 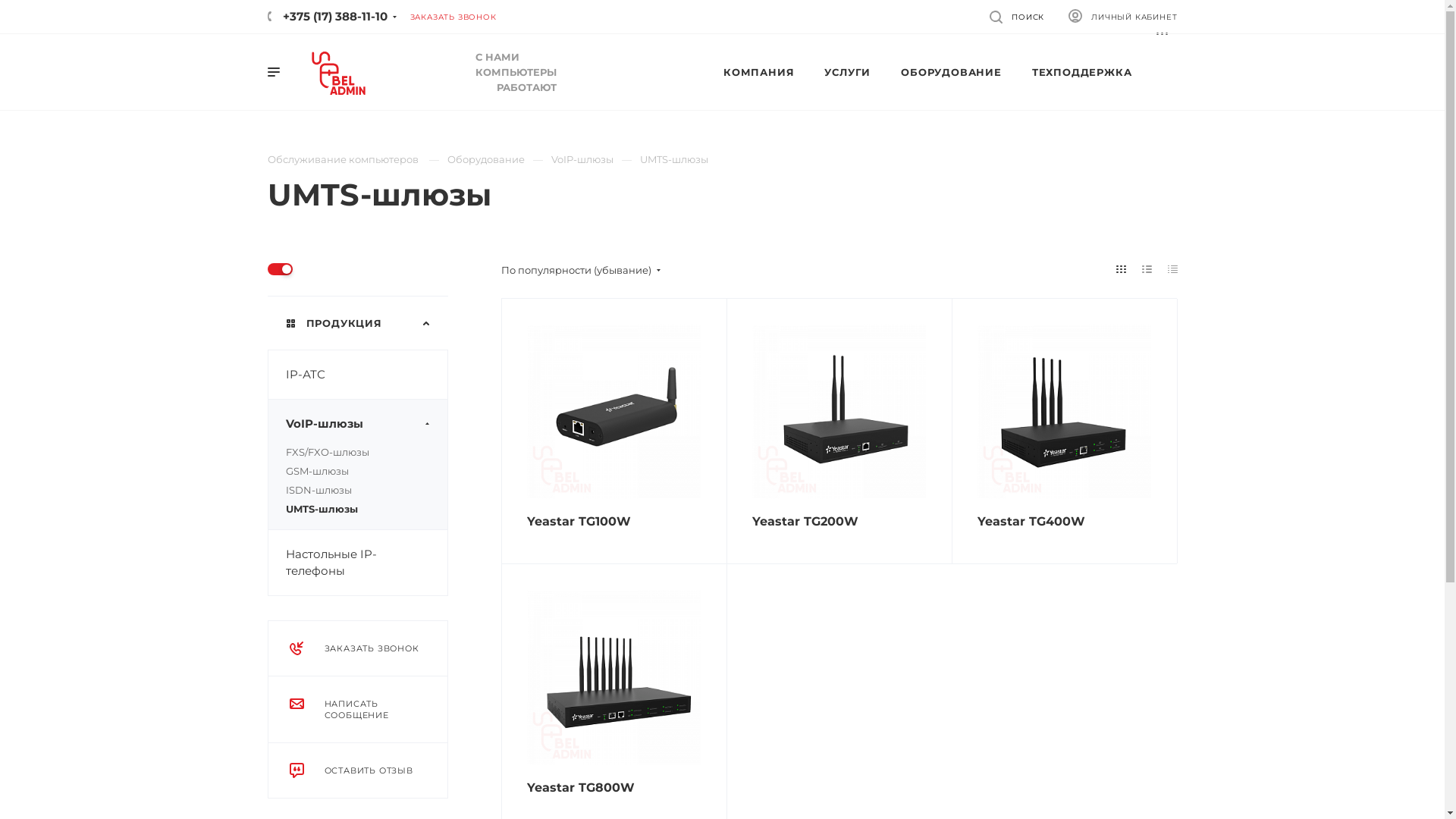 What do you see at coordinates (1063, 411) in the screenshot?
I see `'Yeastar TG400W'` at bounding box center [1063, 411].